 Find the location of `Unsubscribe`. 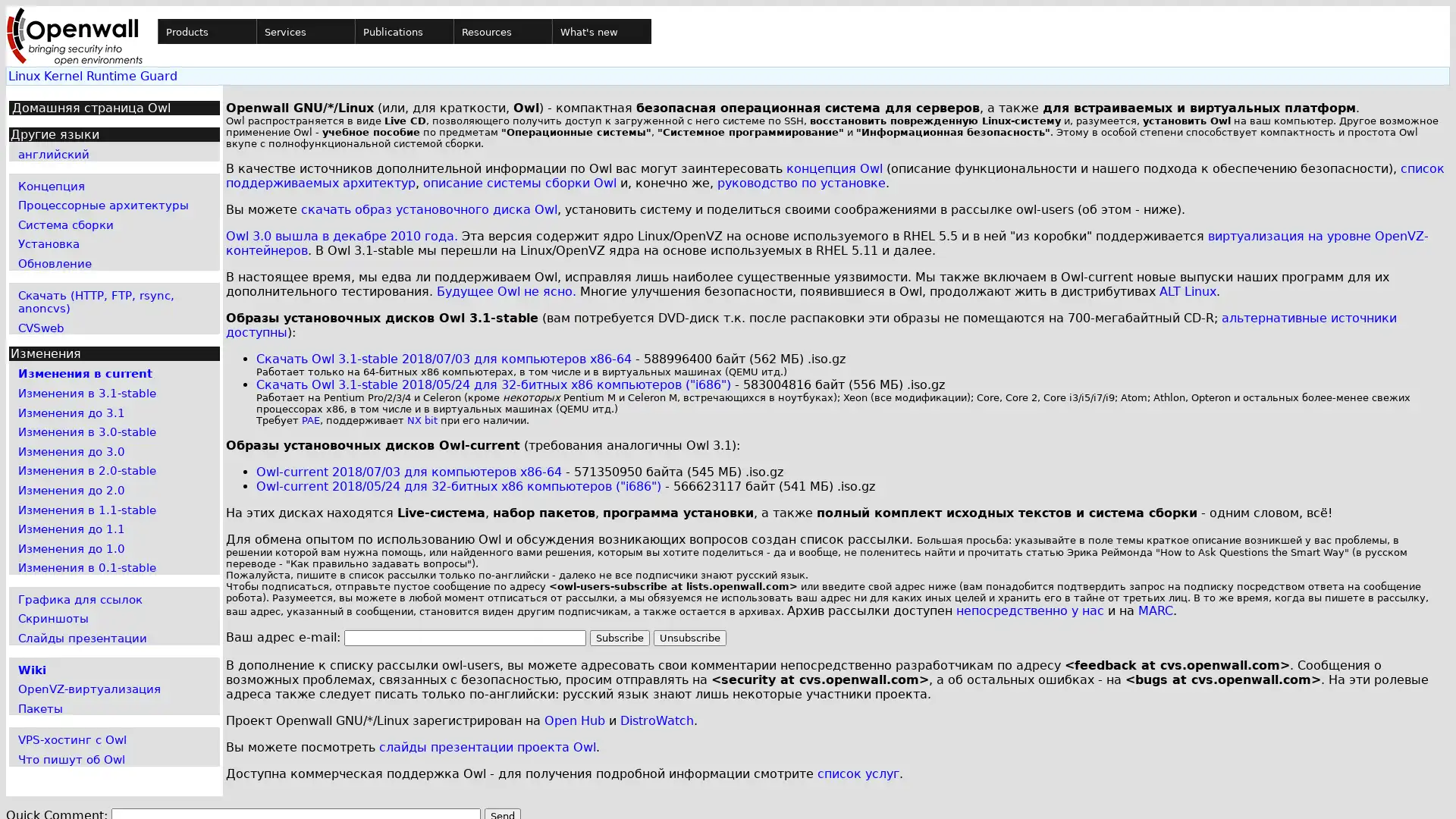

Unsubscribe is located at coordinates (688, 638).